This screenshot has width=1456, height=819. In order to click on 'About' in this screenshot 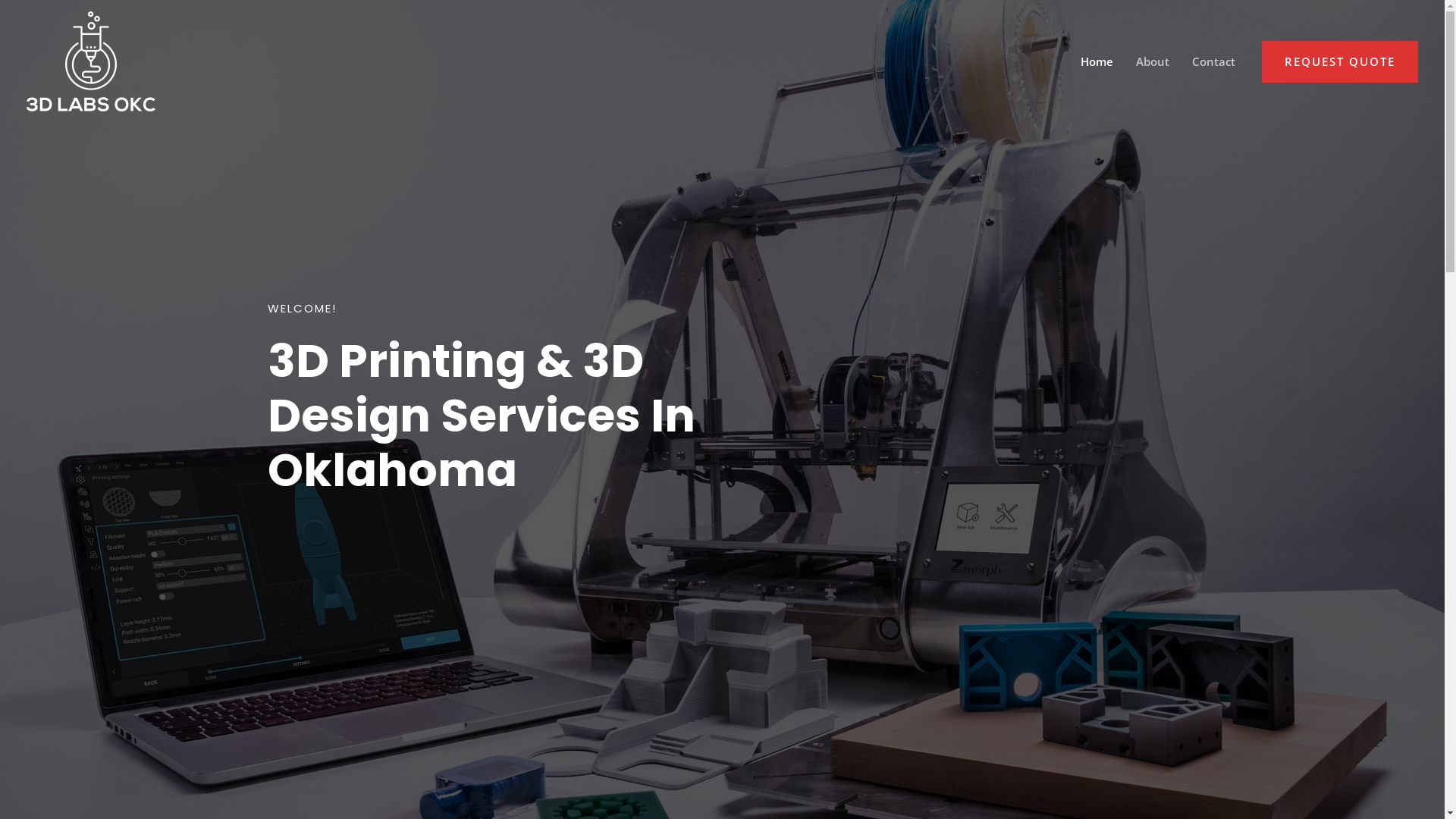, I will do `click(1153, 61)`.